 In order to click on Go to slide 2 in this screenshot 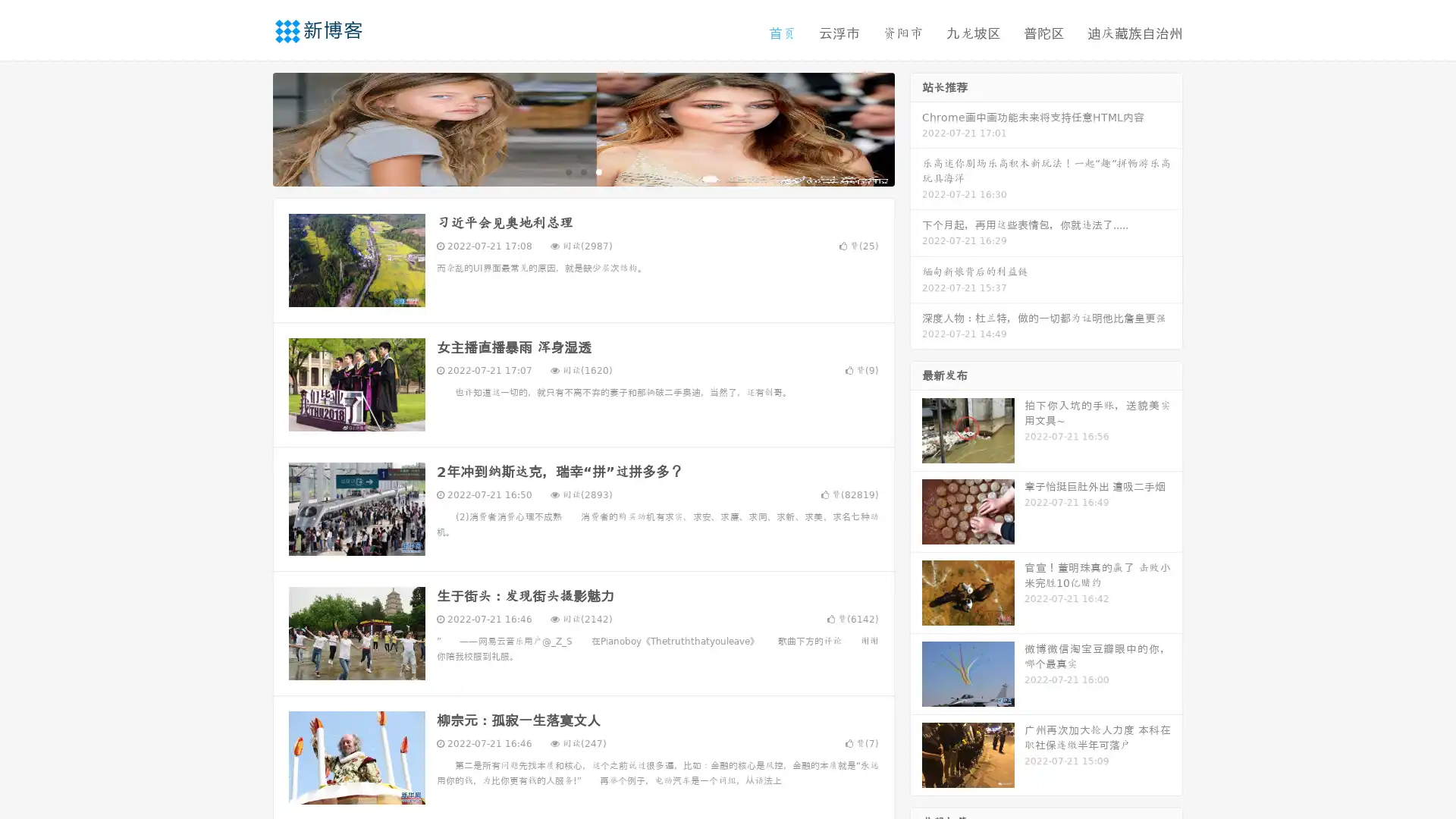, I will do `click(582, 171)`.